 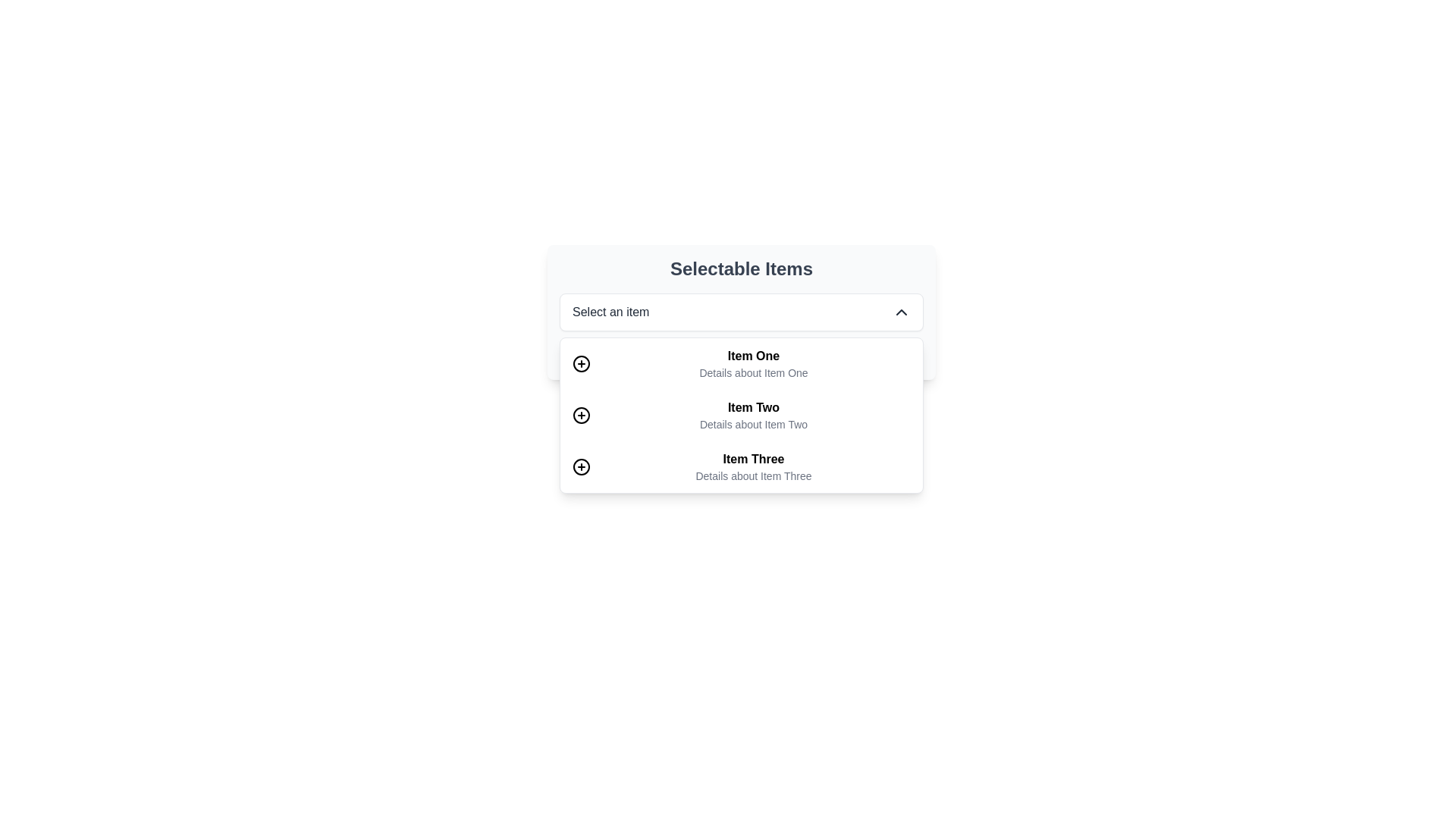 What do you see at coordinates (742, 415) in the screenshot?
I see `the dropdown menu item located below the 'Select an item' dropdown` at bounding box center [742, 415].